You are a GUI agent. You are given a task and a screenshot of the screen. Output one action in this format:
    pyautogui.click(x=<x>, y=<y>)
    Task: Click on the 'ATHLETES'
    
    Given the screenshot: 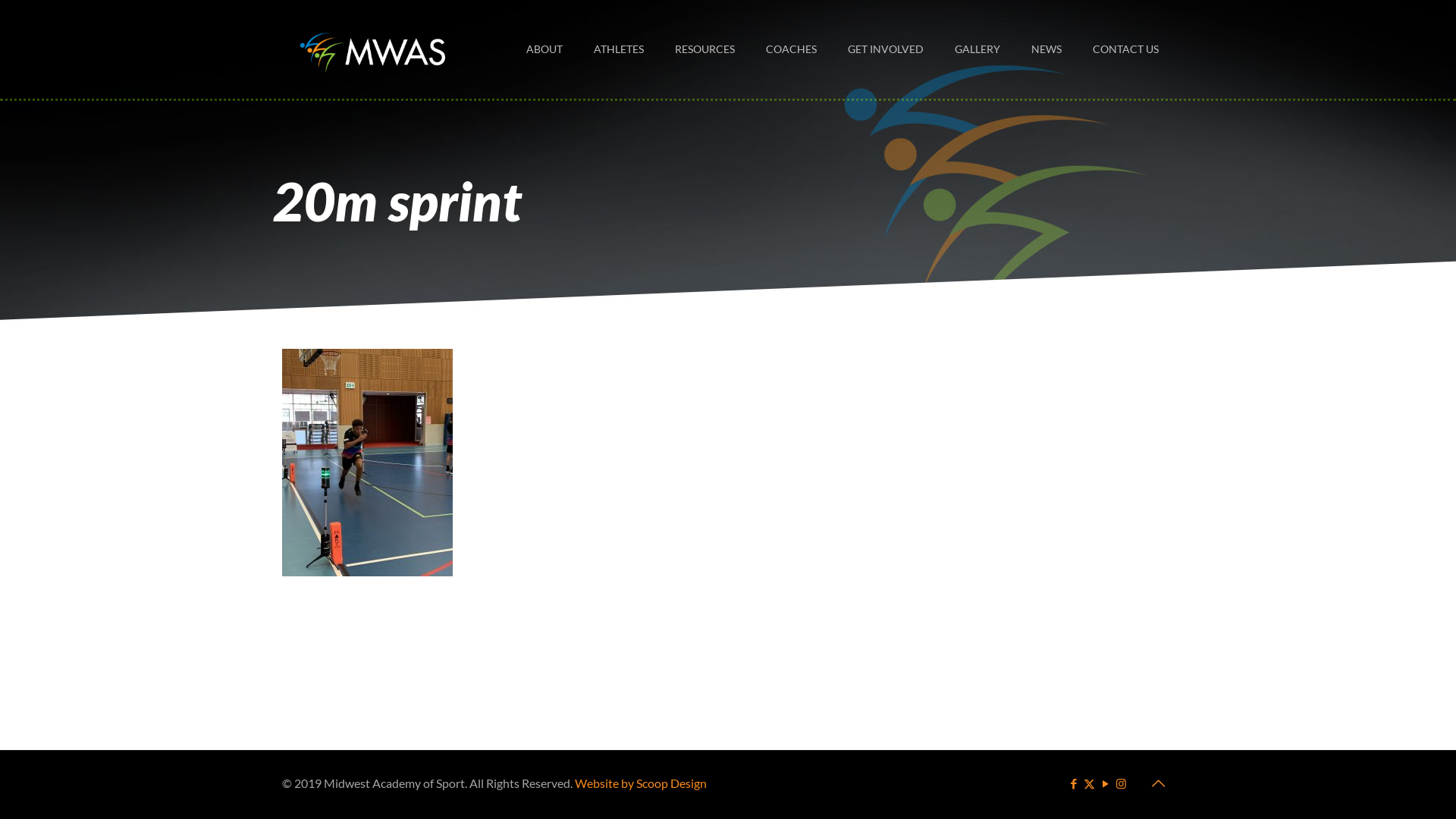 What is the action you would take?
    pyautogui.click(x=619, y=49)
    